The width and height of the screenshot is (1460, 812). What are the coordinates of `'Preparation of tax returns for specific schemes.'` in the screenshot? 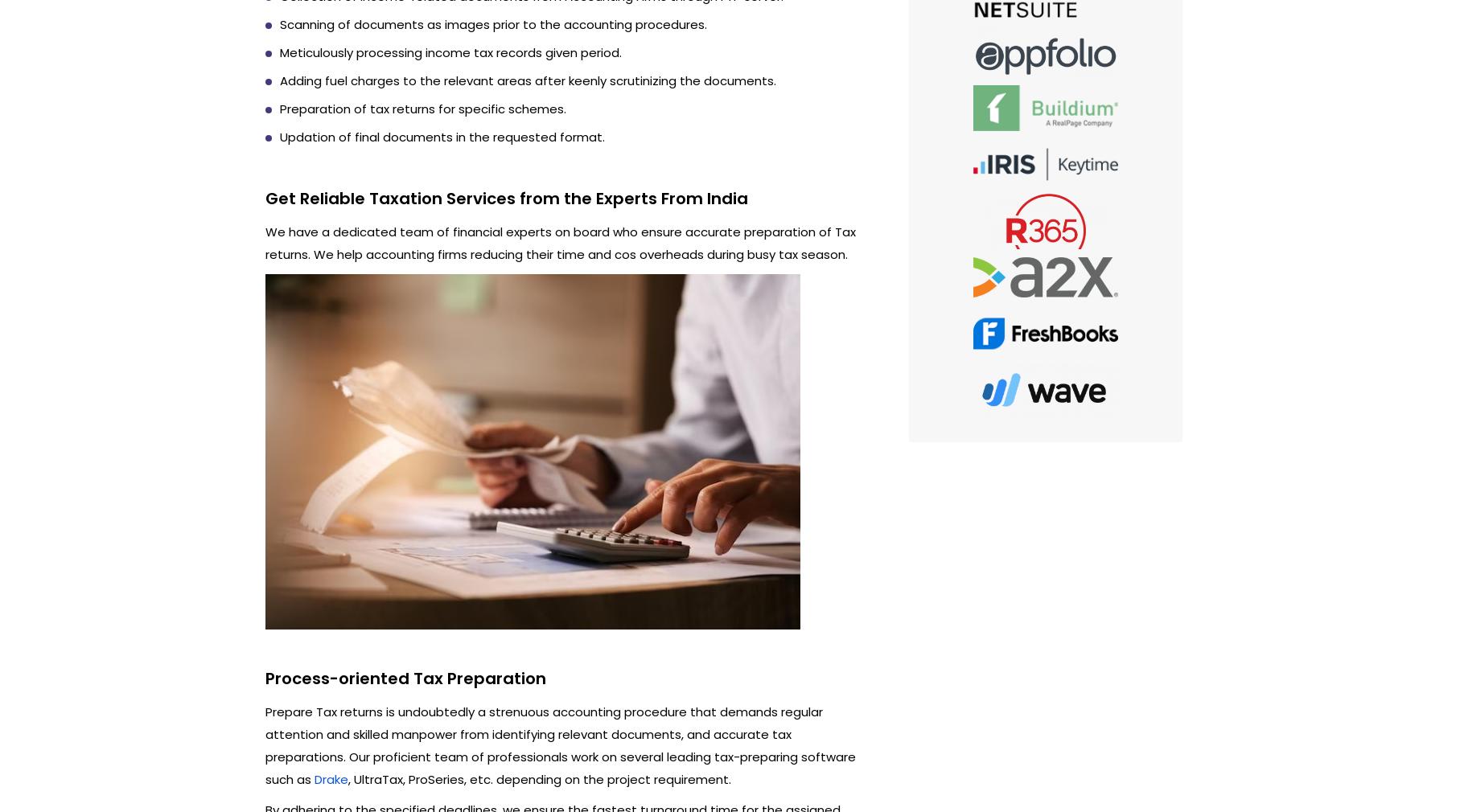 It's located at (422, 107).